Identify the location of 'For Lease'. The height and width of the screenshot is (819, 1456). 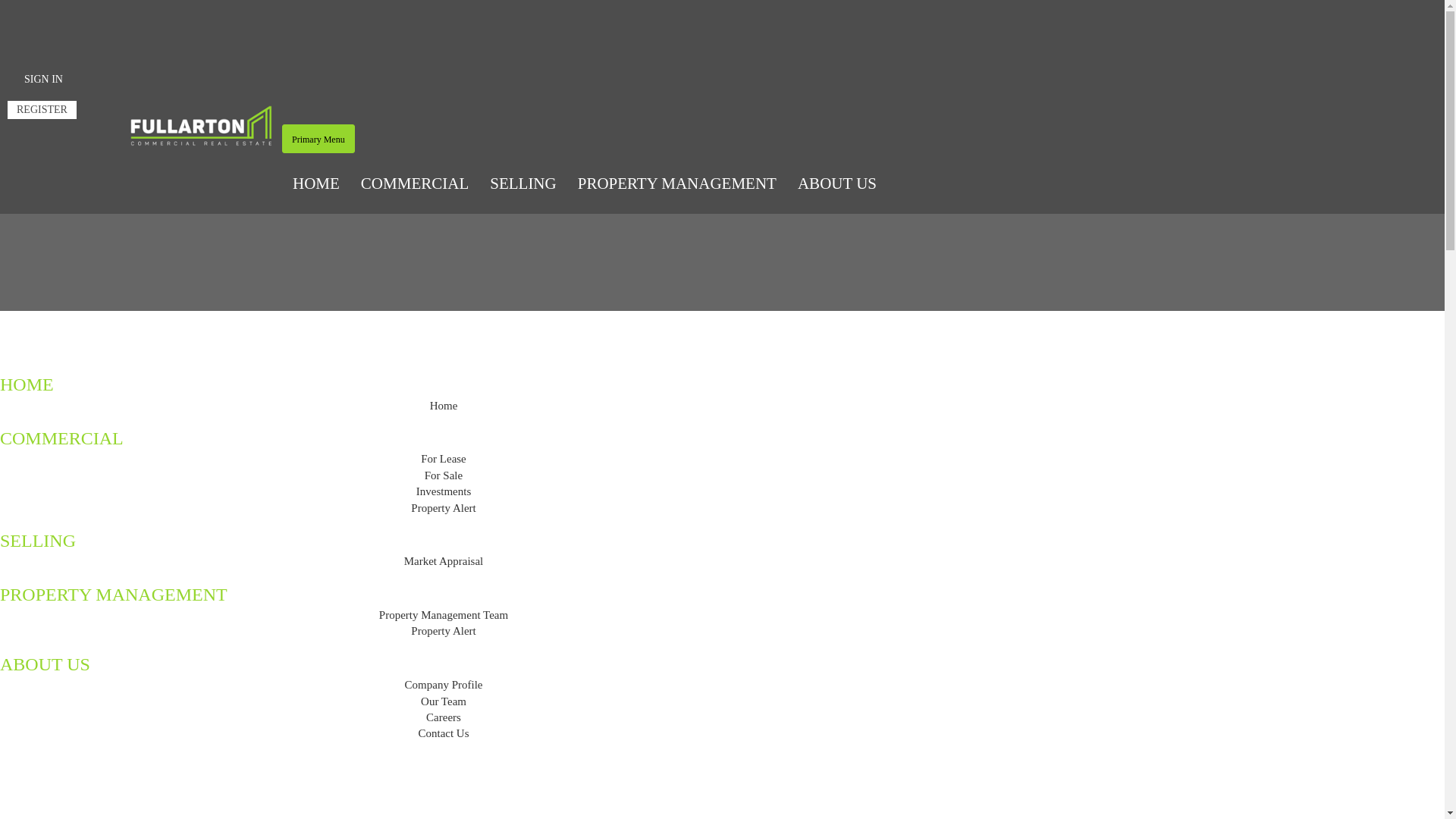
(443, 458).